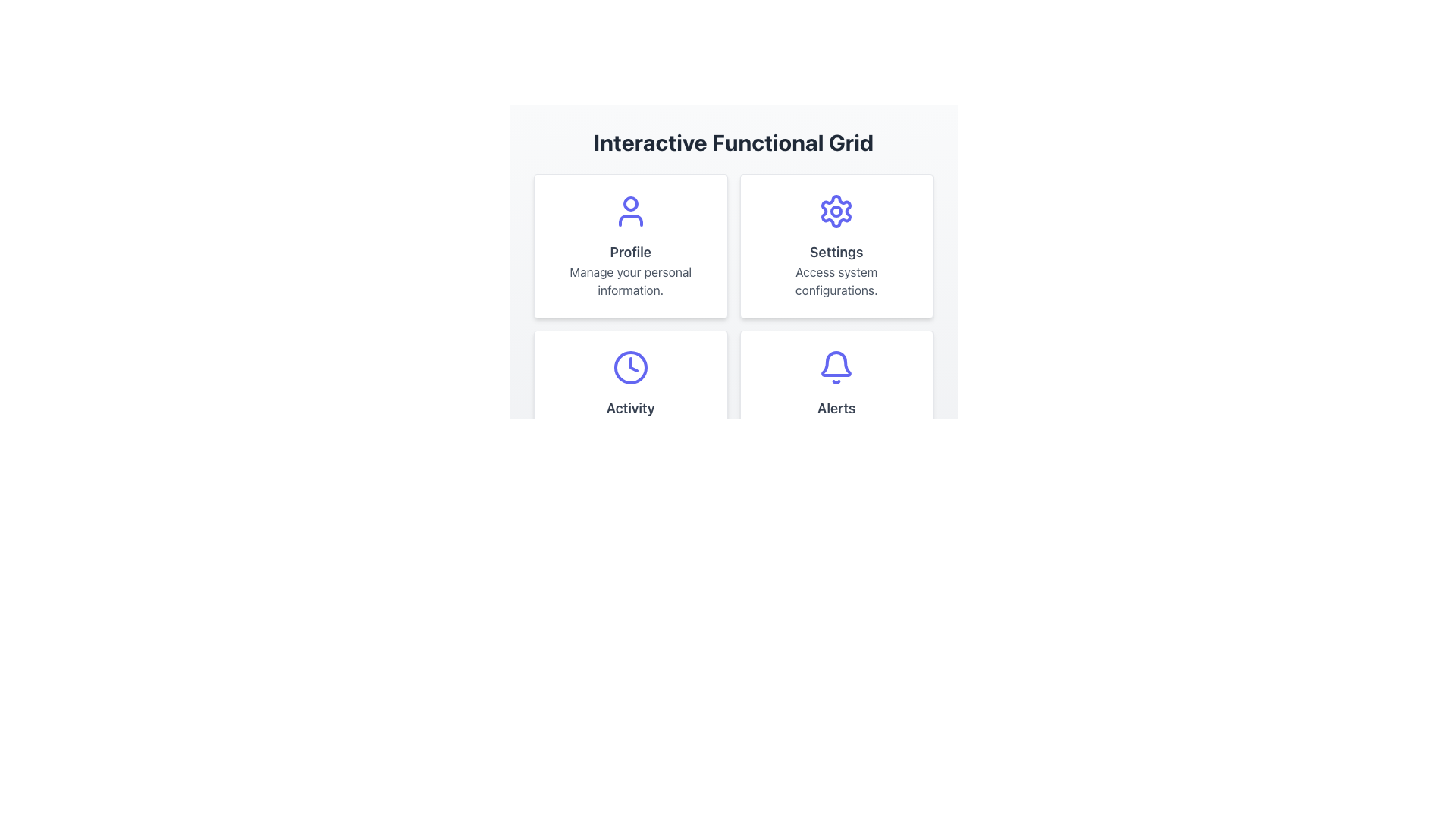 Image resolution: width=1456 pixels, height=819 pixels. I want to click on the decorative SVG circle component located at the center of the user icon, situated beneath the title 'Interactive Functional Grid' and above the text 'Profile', so click(630, 203).